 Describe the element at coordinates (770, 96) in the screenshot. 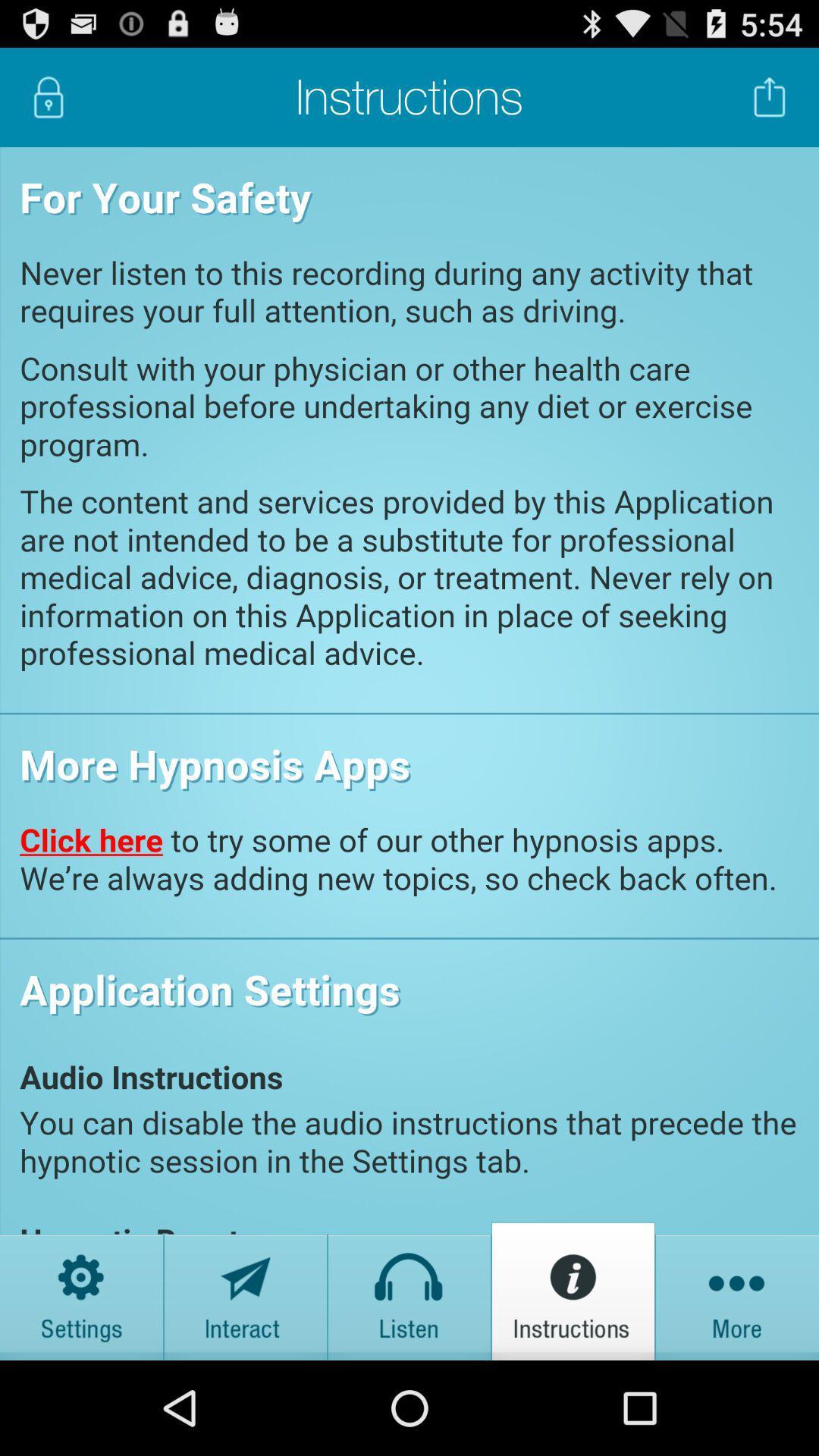

I see `exit from the current tab` at that location.